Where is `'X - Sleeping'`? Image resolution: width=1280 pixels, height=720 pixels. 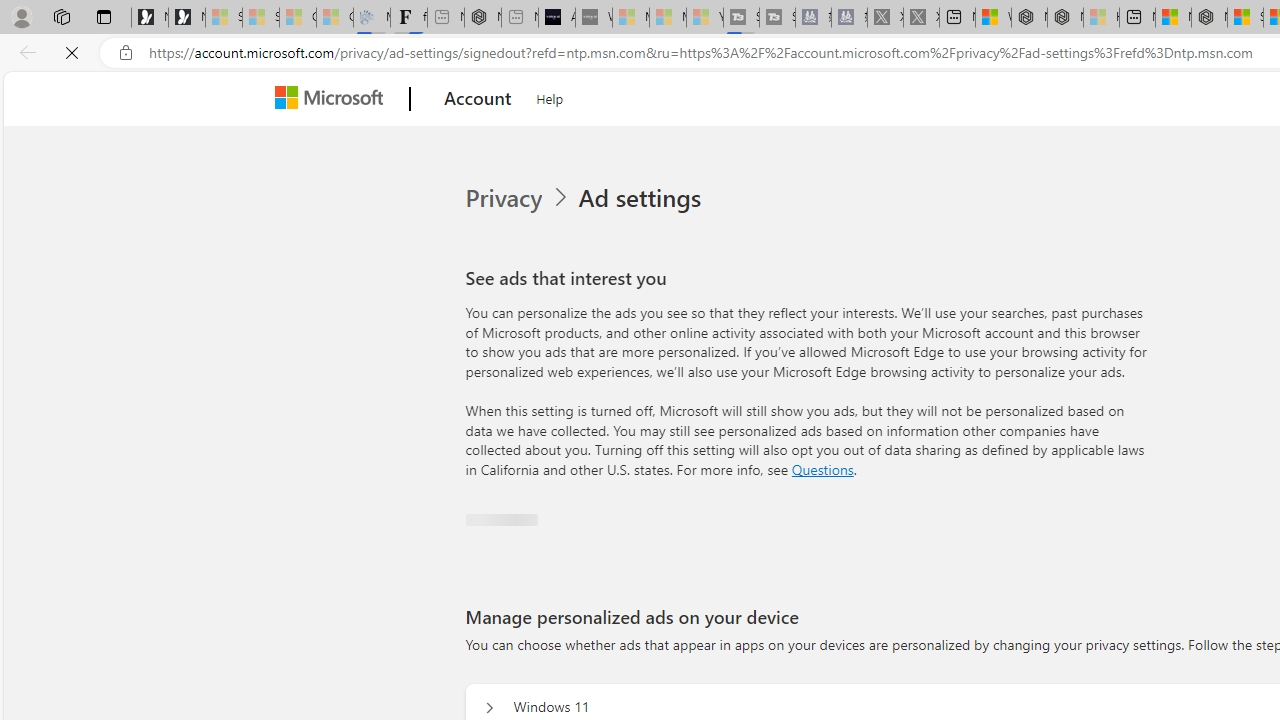 'X - Sleeping' is located at coordinates (920, 17).